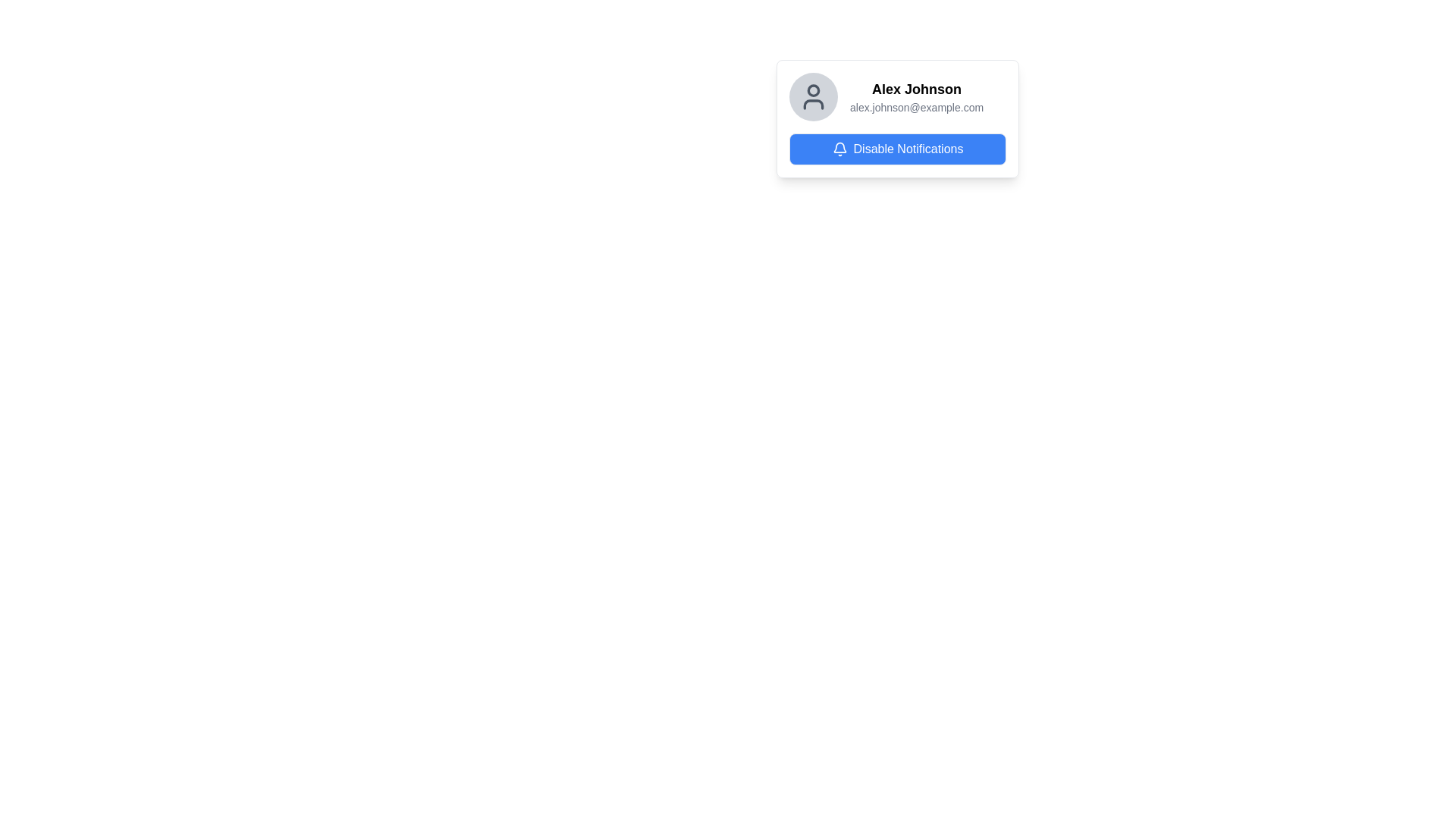 The width and height of the screenshot is (1456, 819). What do you see at coordinates (813, 96) in the screenshot?
I see `the user icon, which is a circular silhouette of a person inside a gray circular background, located to the left of the text block displaying 'Alex Johnson' and their email address` at bounding box center [813, 96].